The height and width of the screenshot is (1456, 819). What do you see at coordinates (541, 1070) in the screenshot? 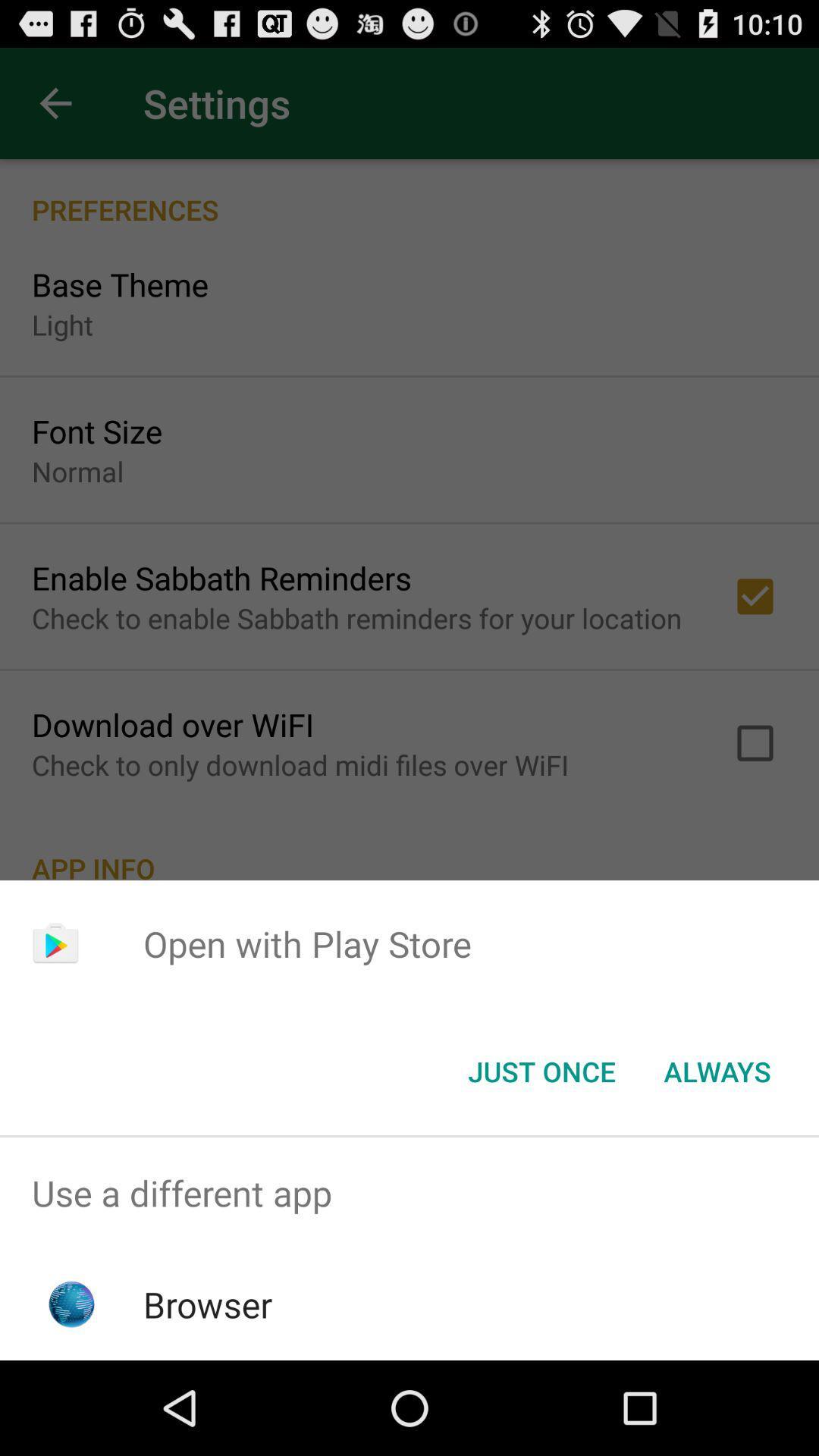
I see `item to the left of always icon` at bounding box center [541, 1070].